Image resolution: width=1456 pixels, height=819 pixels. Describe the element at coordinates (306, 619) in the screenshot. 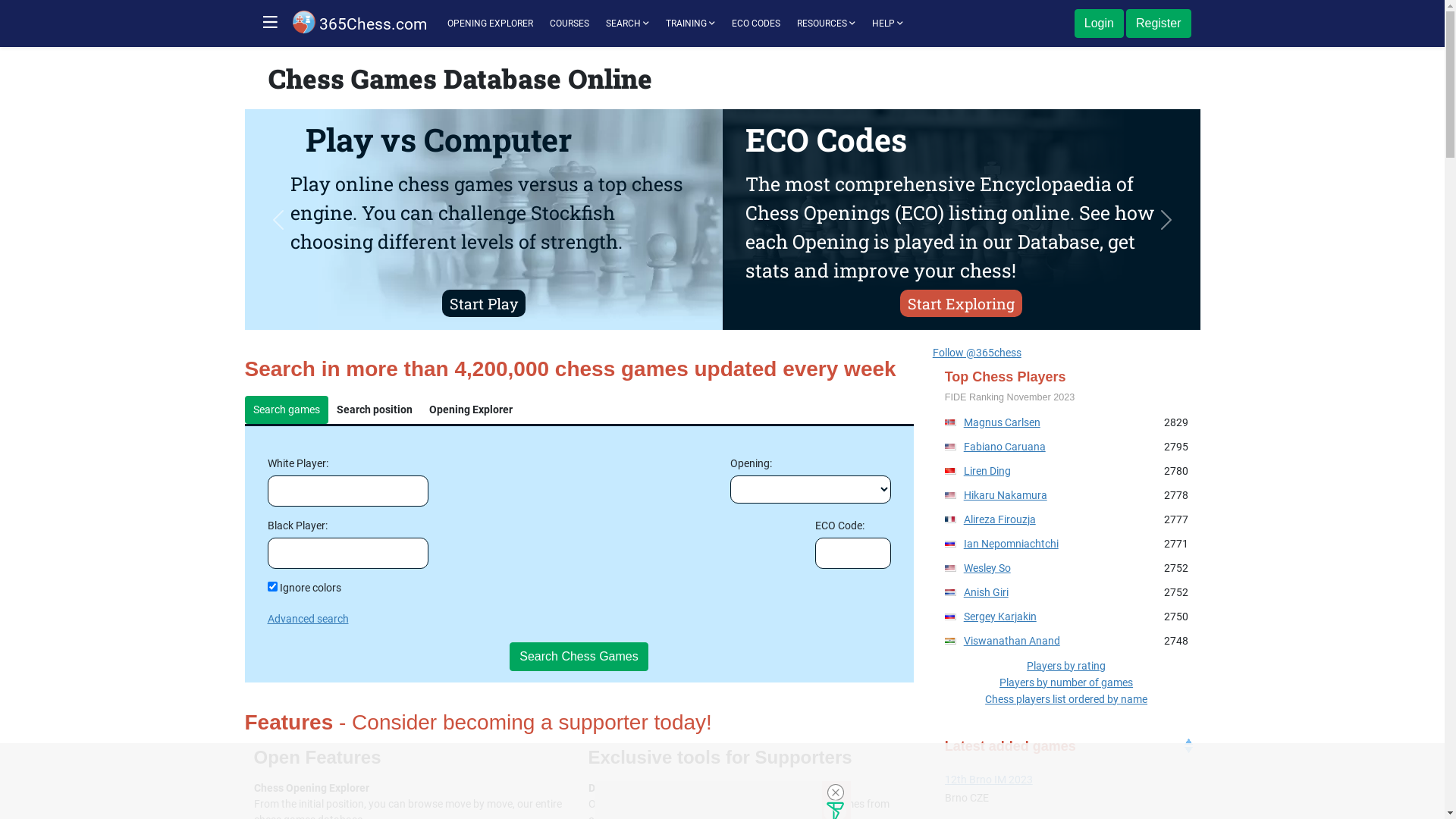

I see `'Advanced search'` at that location.